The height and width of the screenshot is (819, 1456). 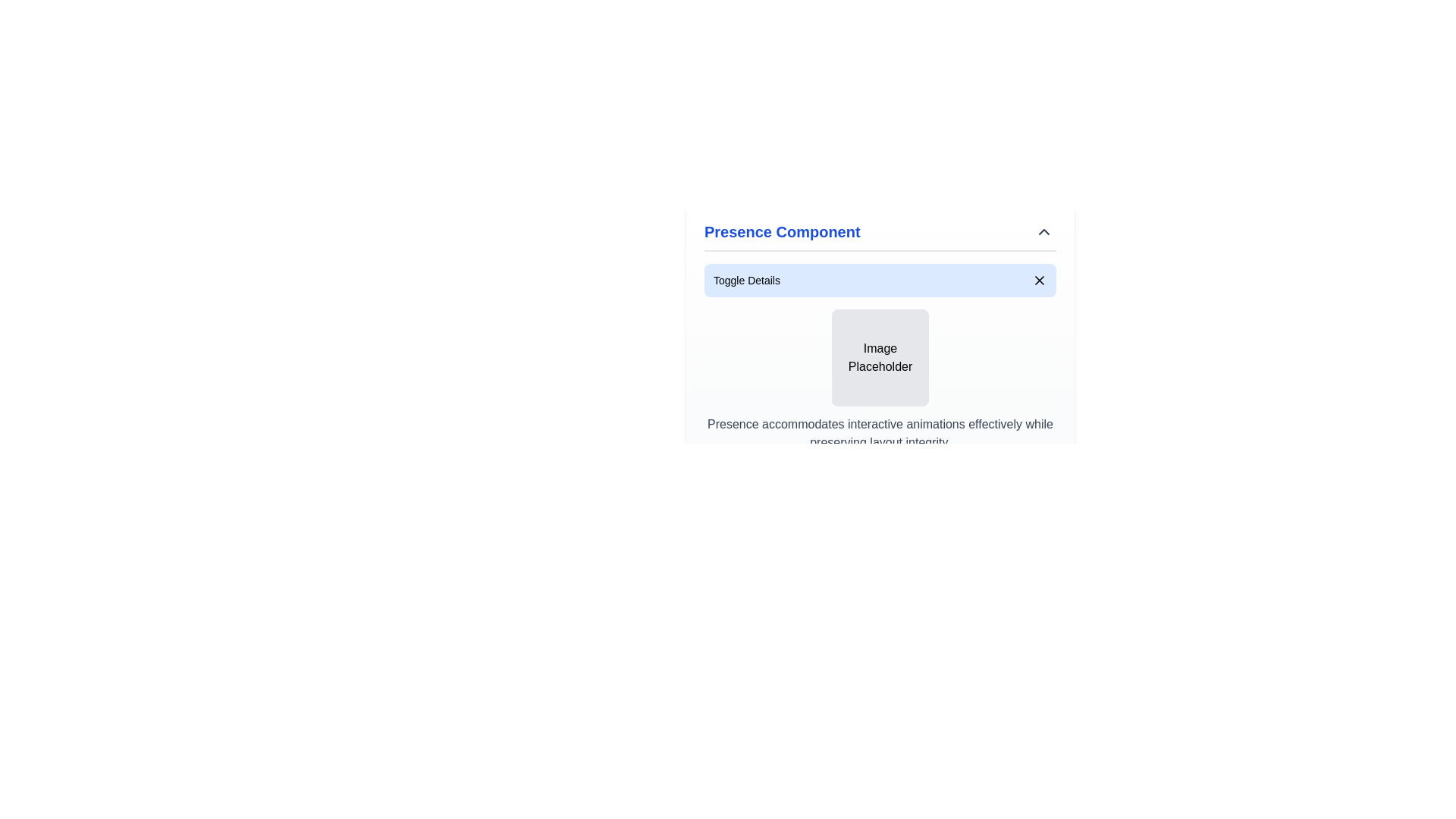 What do you see at coordinates (1043, 231) in the screenshot?
I see `the icon button located to the right of the 'Presence Component' title` at bounding box center [1043, 231].